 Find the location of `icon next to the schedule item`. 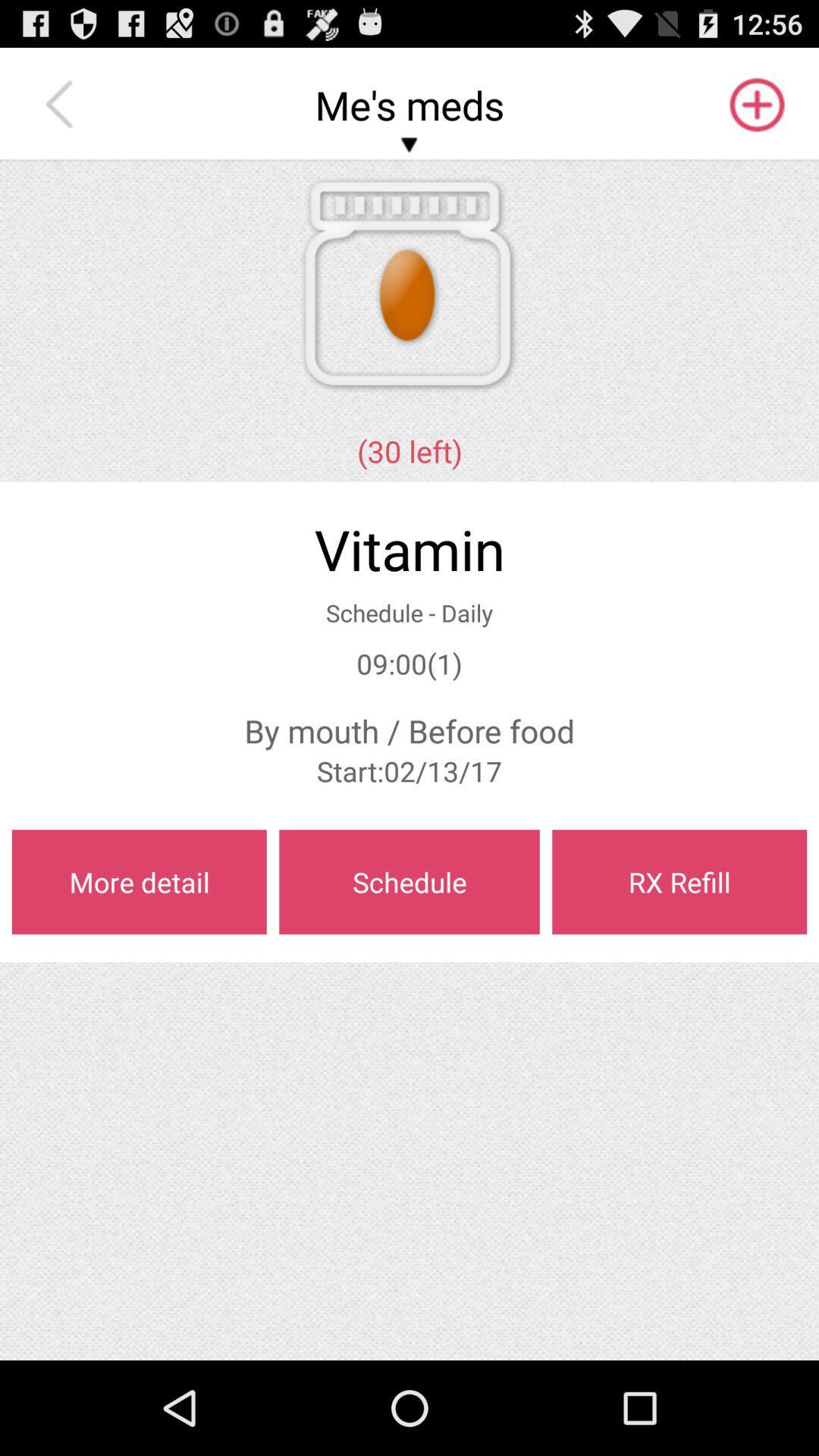

icon next to the schedule item is located at coordinates (139, 882).